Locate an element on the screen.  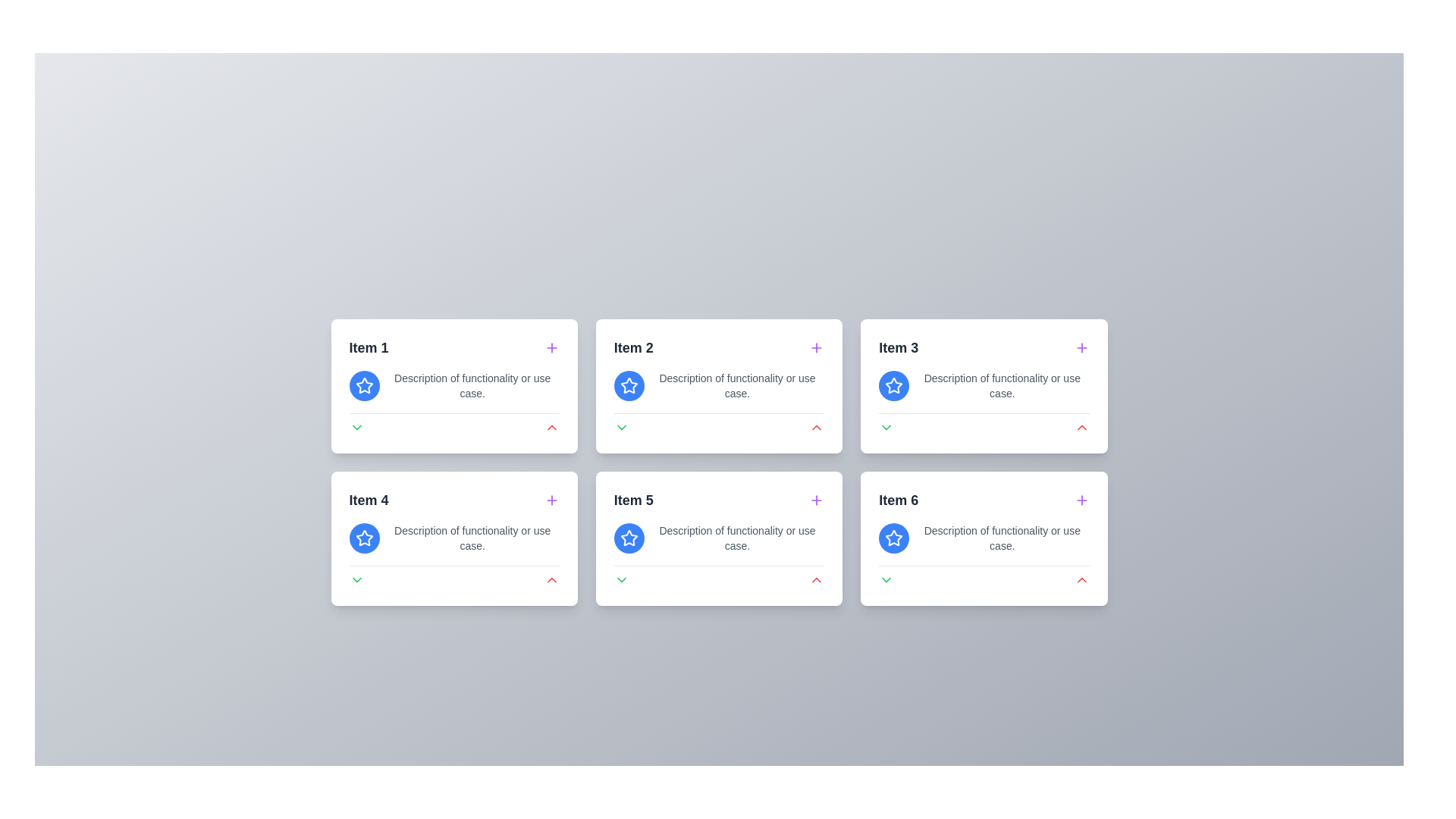
the static text label located in the second column of the second row of the grid layout is located at coordinates (633, 500).